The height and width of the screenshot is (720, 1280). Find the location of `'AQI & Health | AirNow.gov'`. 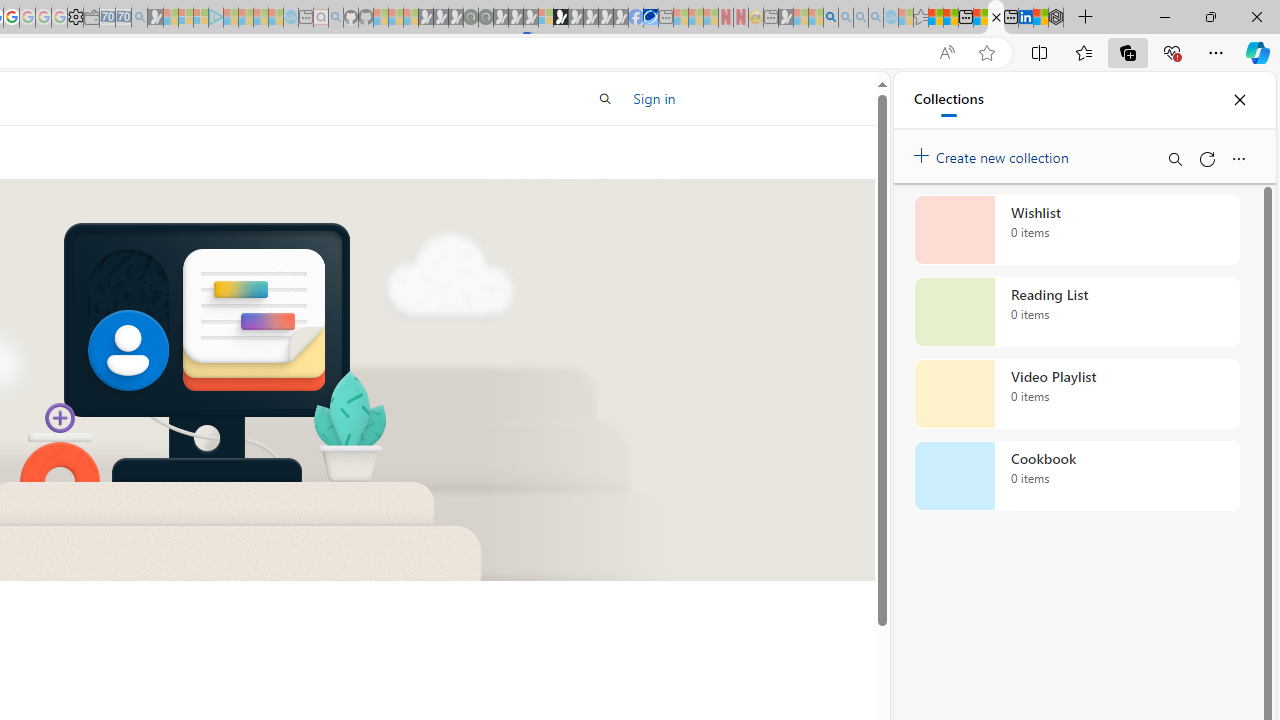

'AQI & Health | AirNow.gov' is located at coordinates (650, 17).